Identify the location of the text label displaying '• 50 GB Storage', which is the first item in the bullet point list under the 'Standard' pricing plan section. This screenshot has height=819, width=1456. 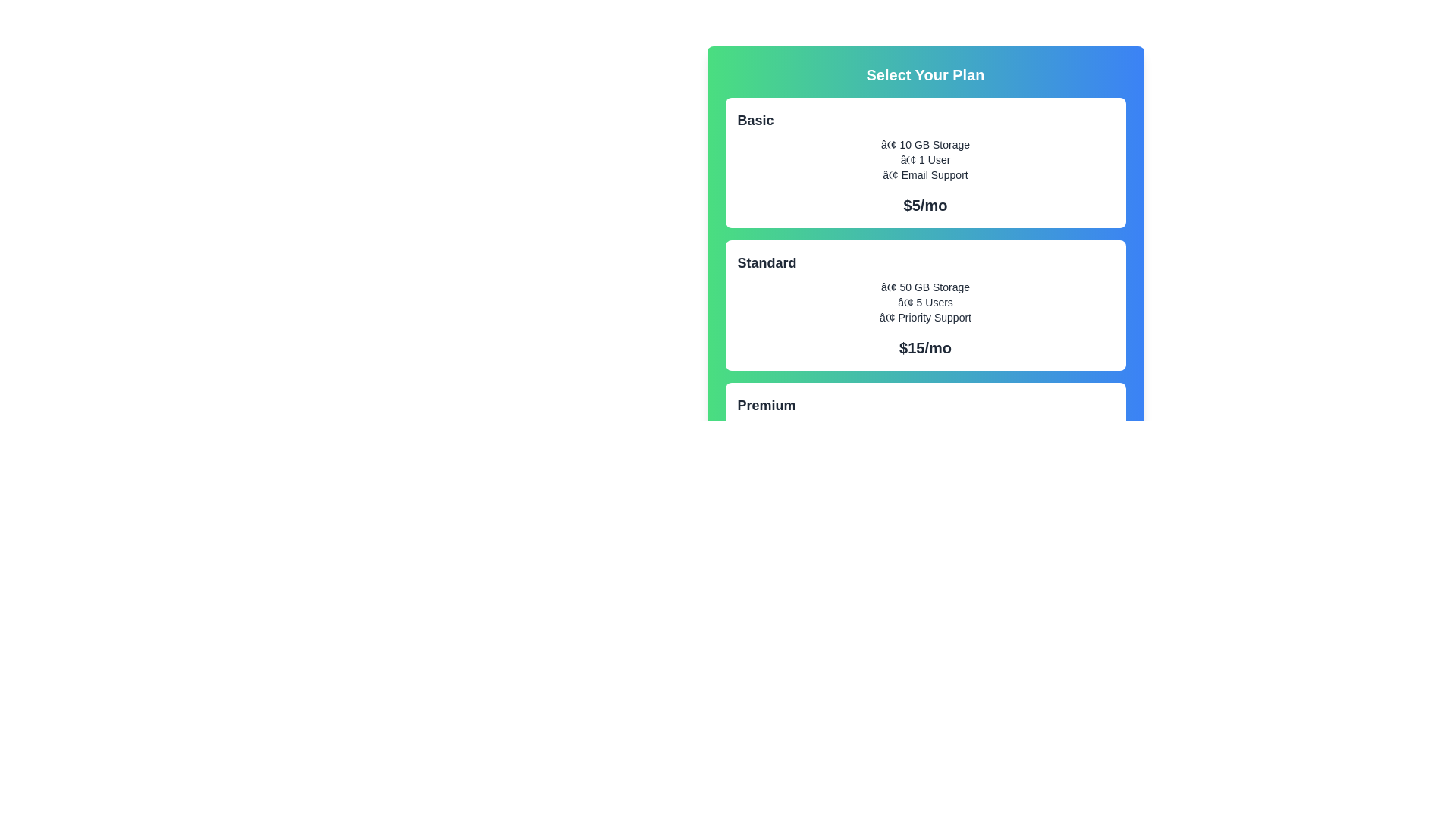
(924, 287).